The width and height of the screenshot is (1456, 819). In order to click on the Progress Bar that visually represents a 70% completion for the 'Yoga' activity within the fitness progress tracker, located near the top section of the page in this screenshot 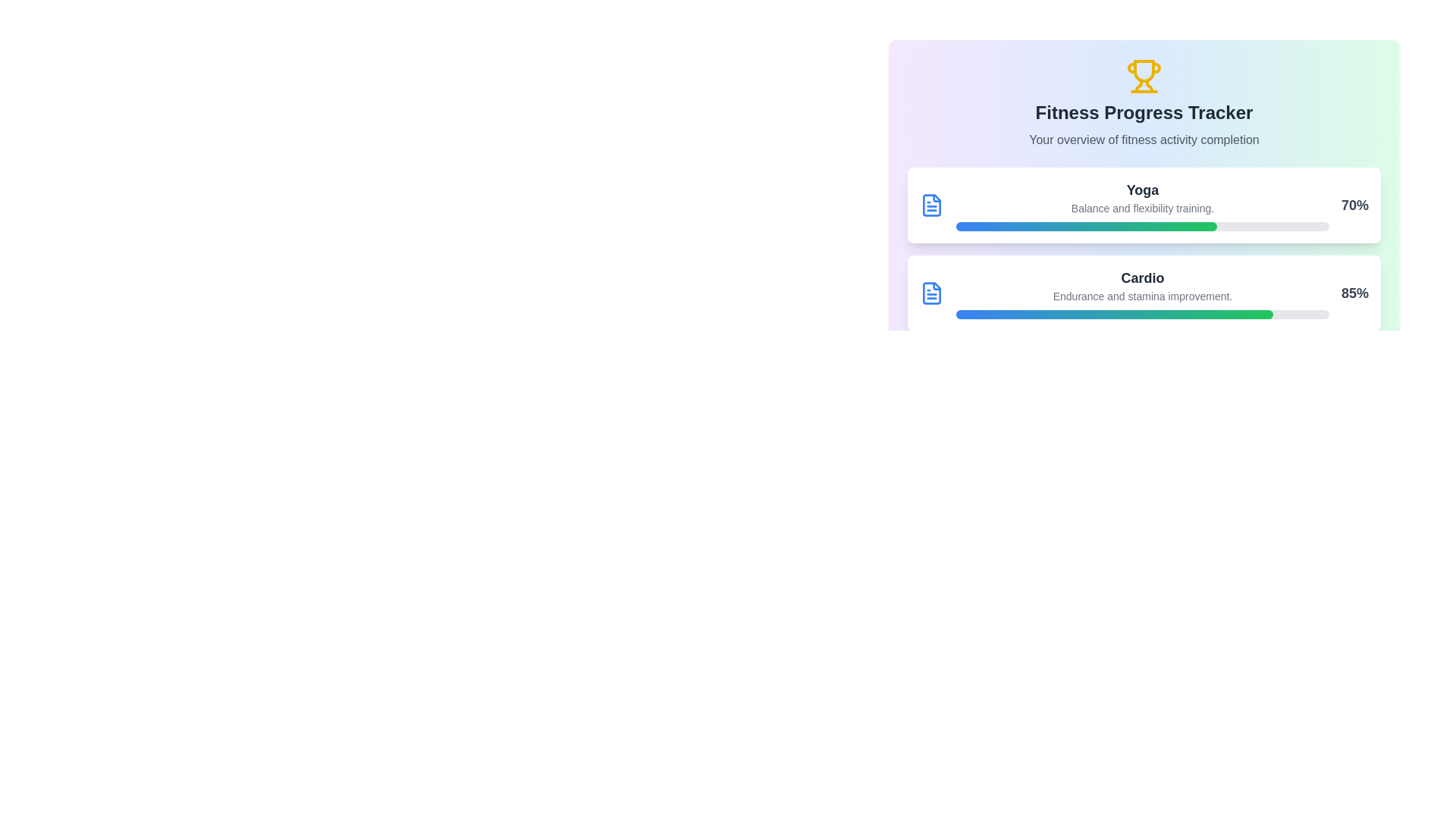, I will do `click(1086, 227)`.